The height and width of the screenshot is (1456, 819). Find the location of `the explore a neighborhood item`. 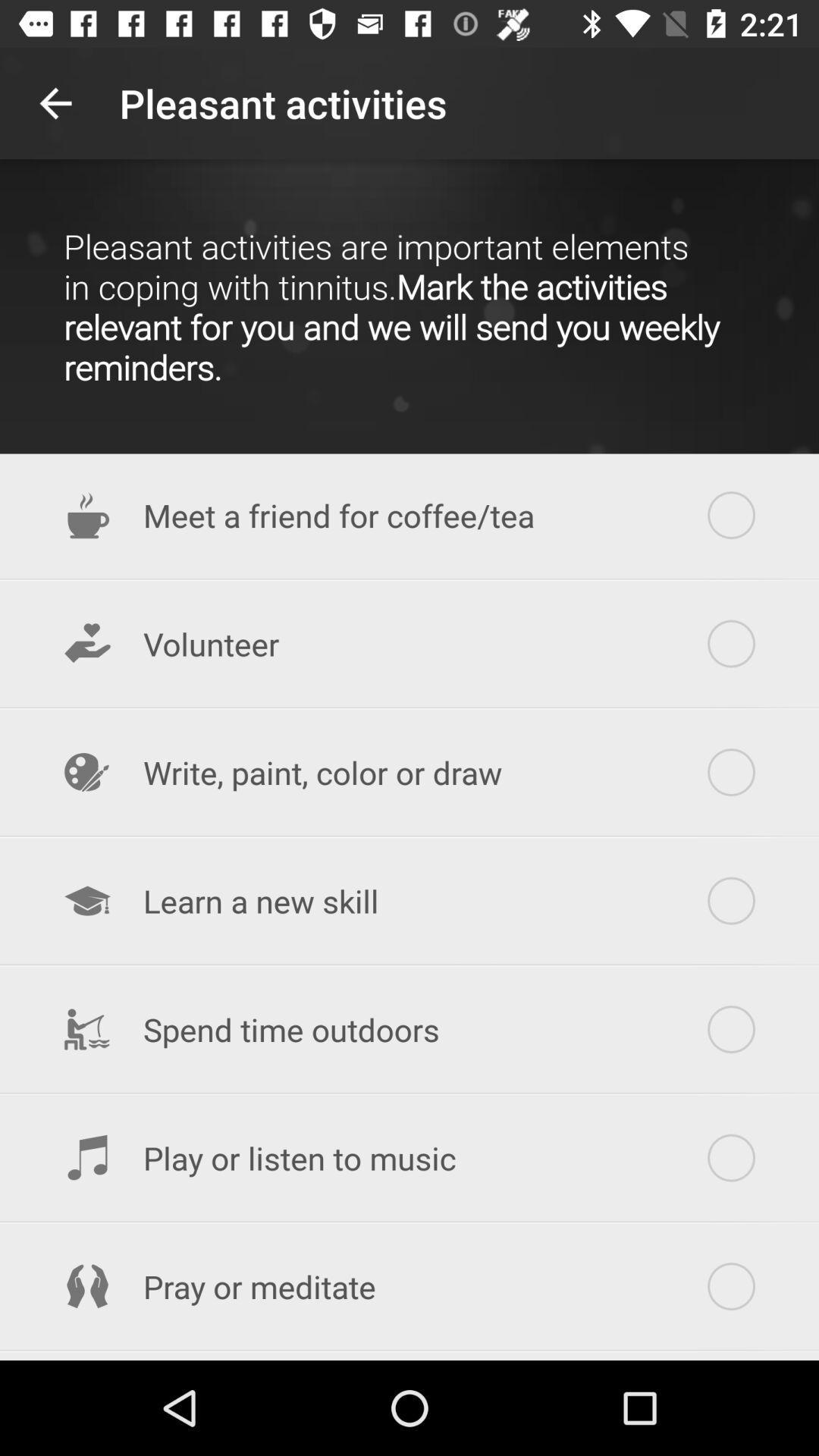

the explore a neighborhood item is located at coordinates (409, 1357).